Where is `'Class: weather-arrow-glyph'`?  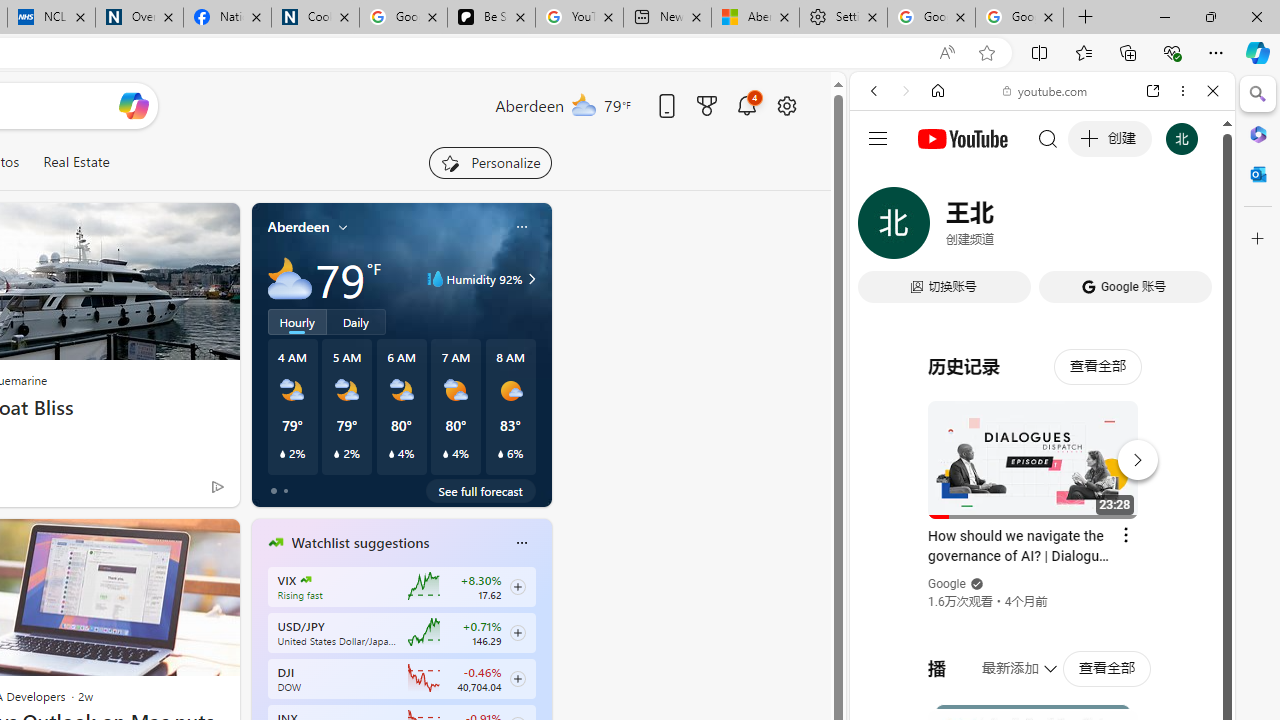 'Class: weather-arrow-glyph' is located at coordinates (531, 279).